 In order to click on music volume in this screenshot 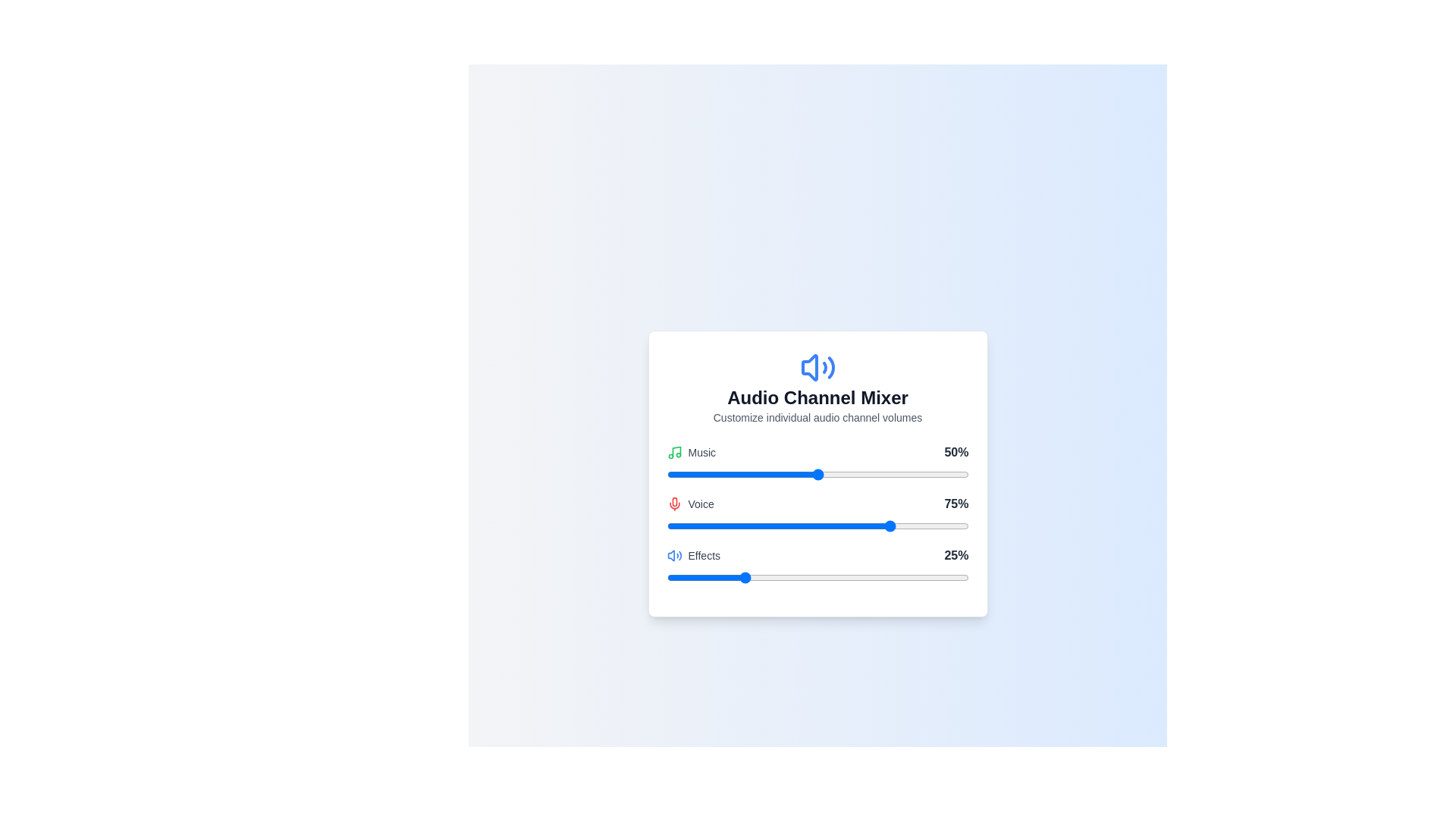, I will do `click(908, 473)`.